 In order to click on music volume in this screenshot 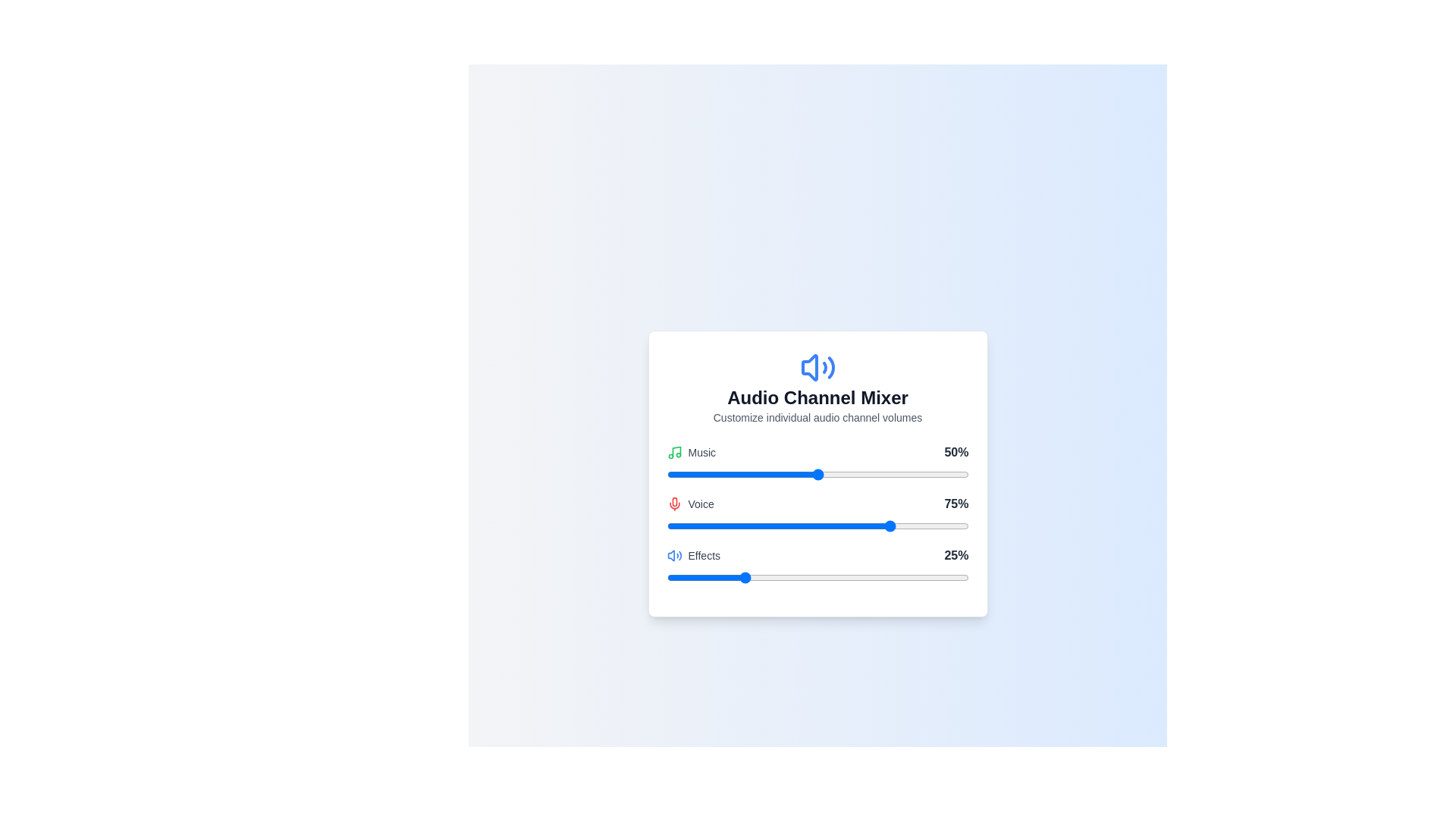, I will do `click(908, 473)`.